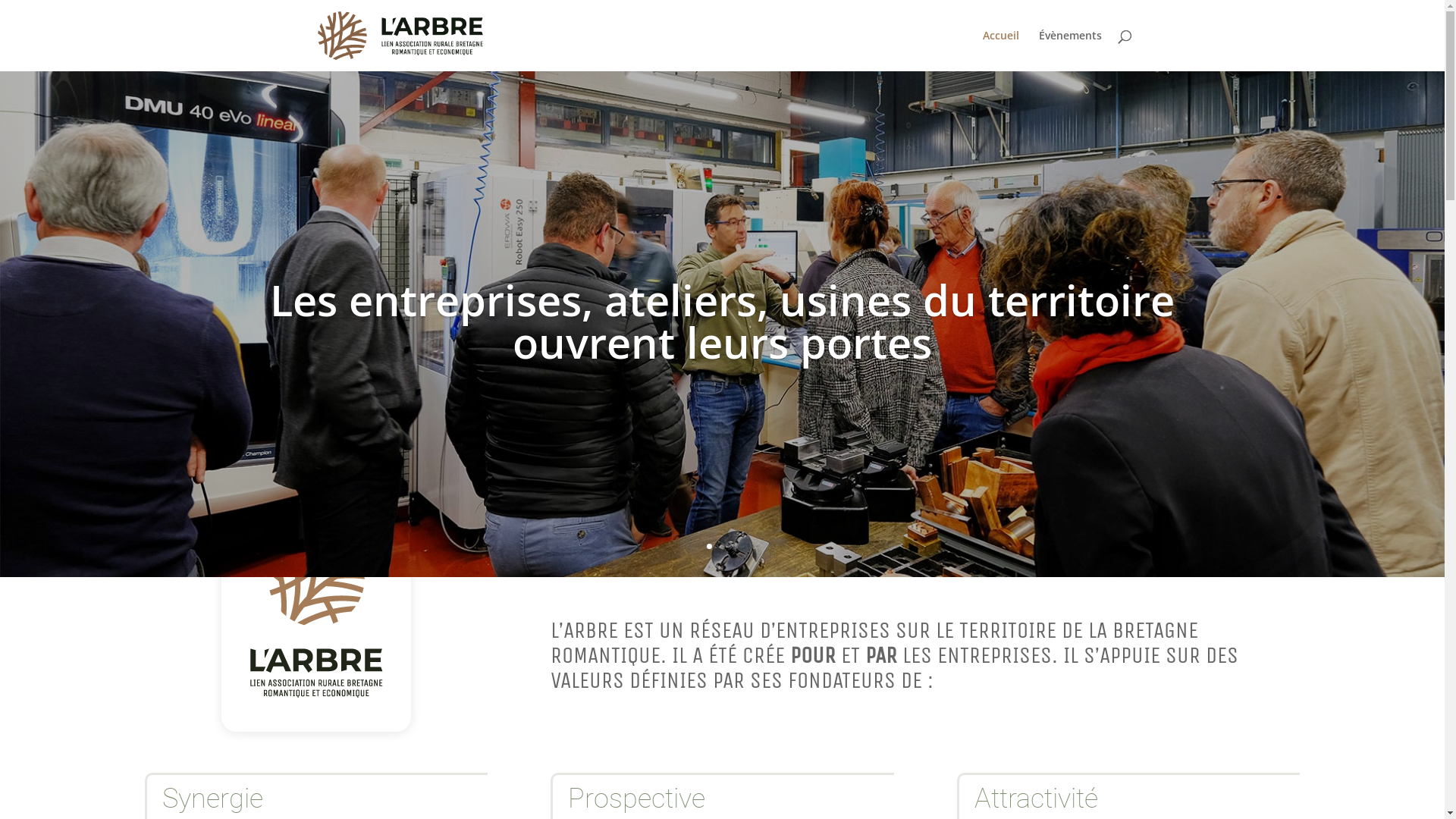  What do you see at coordinates (315, 614) in the screenshot?
I see `'logo-larbre-reseau-entreprises-bretagne-romantique-blanc'` at bounding box center [315, 614].